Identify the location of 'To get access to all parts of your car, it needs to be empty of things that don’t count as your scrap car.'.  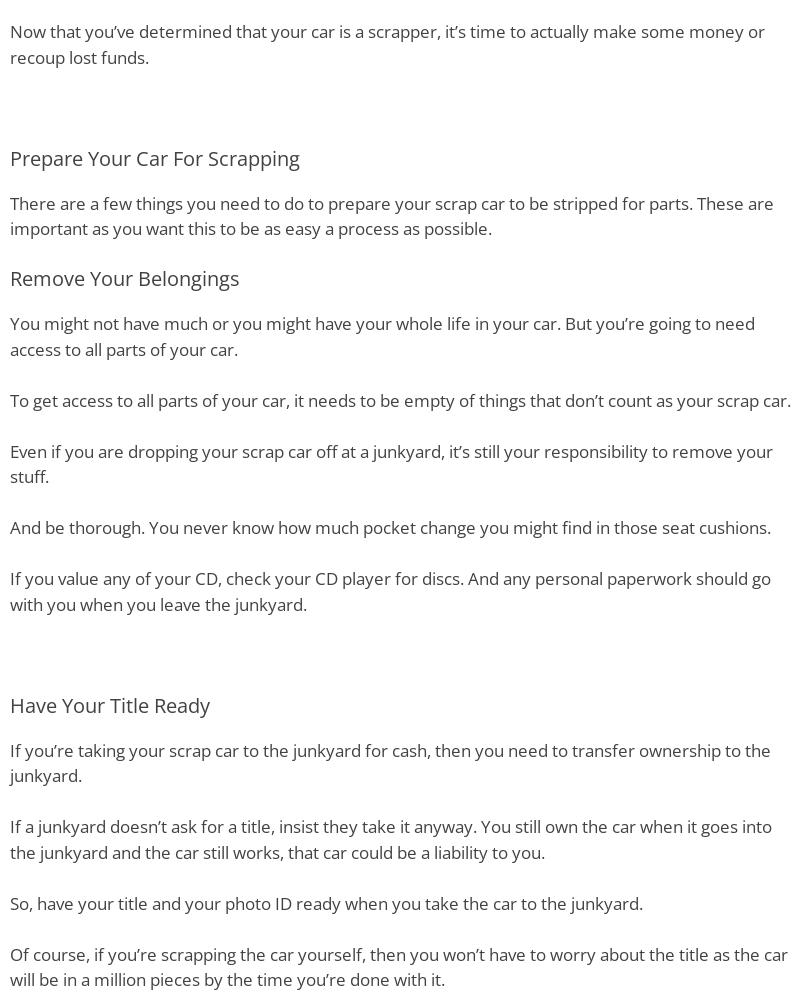
(400, 398).